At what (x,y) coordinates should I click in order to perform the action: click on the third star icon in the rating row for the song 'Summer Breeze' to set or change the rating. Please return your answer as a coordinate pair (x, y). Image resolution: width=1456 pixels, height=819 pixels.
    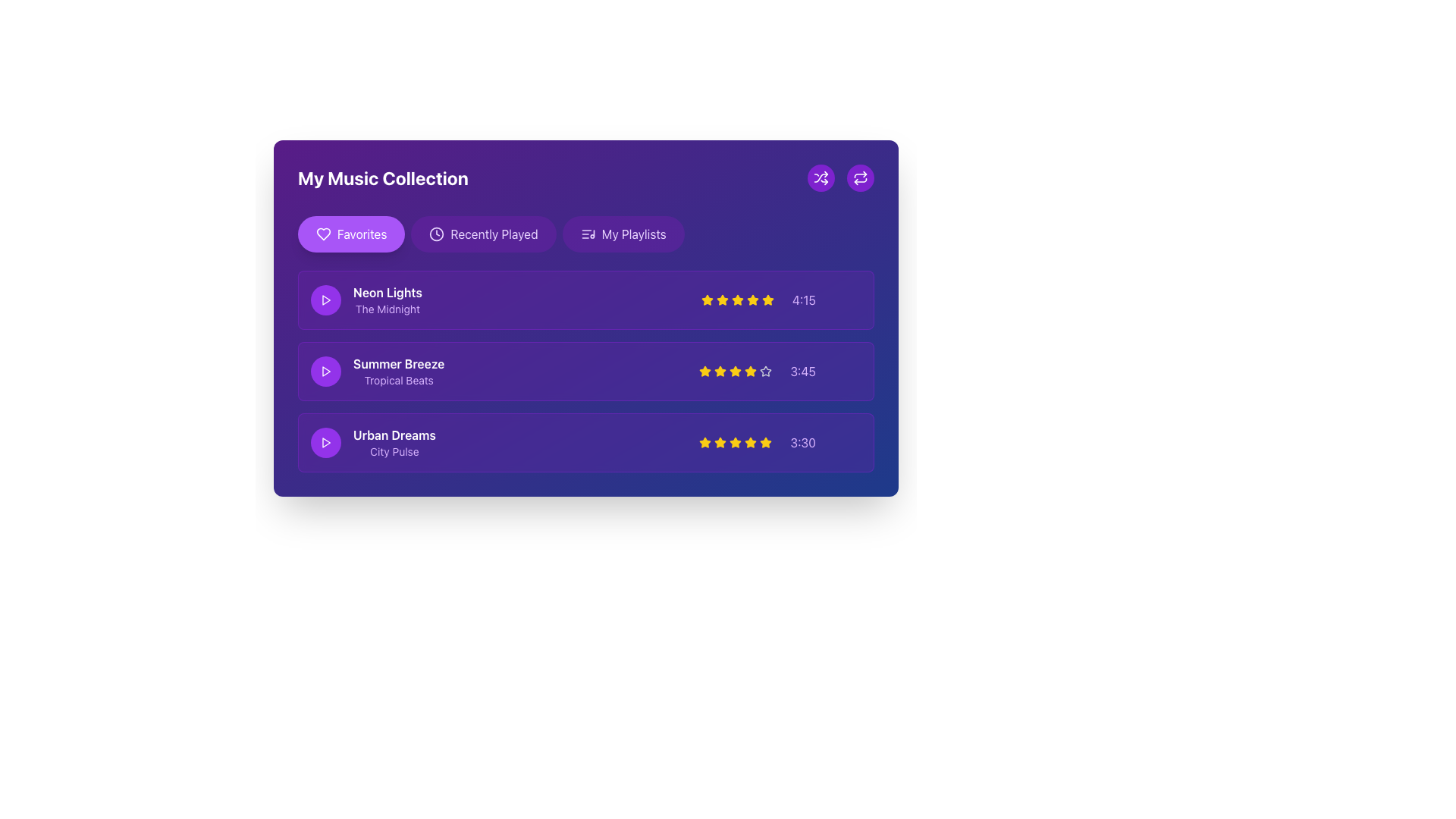
    Looking at the image, I should click on (704, 371).